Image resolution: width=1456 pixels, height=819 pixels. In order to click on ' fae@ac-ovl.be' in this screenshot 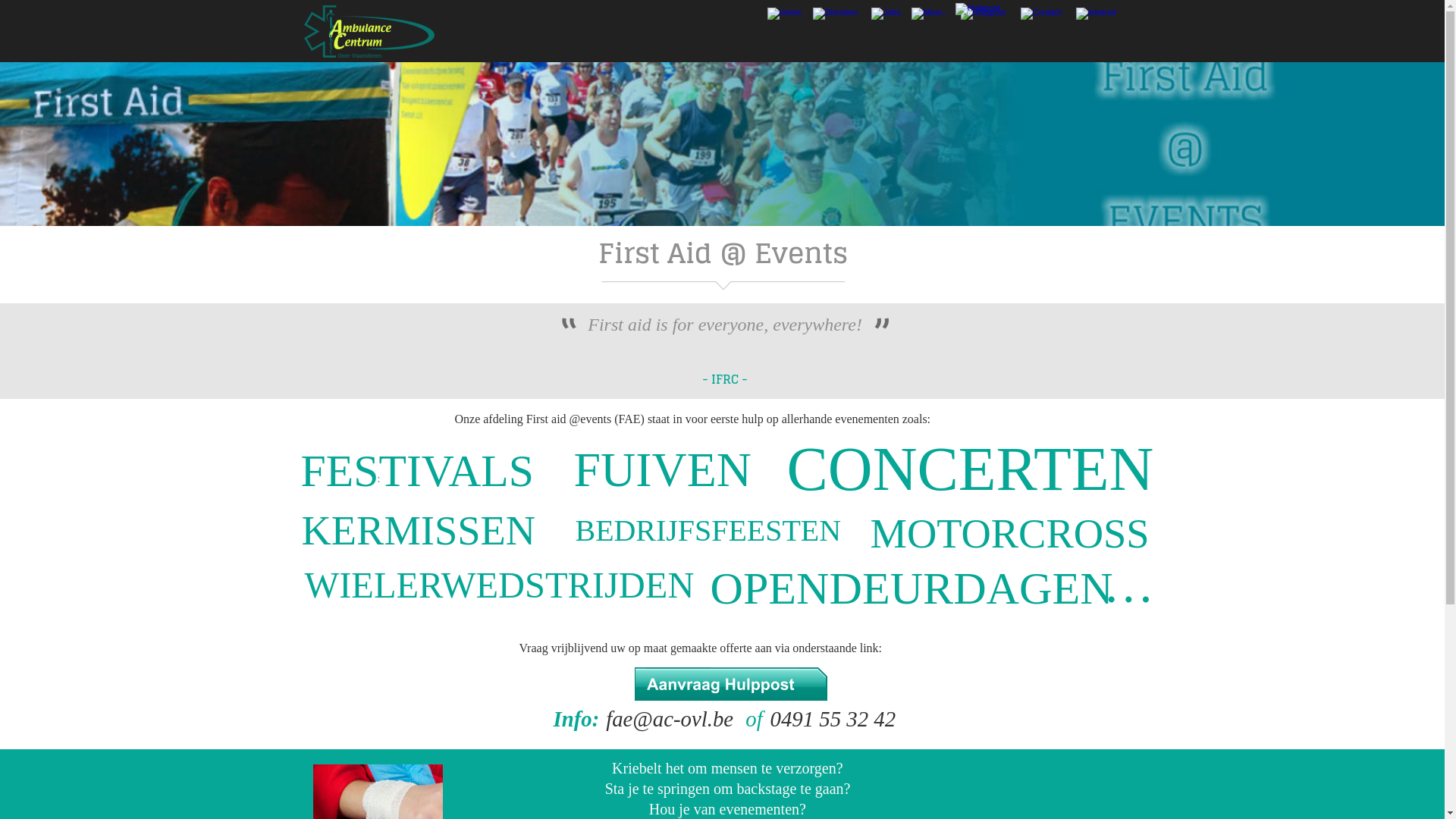, I will do `click(669, 718)`.